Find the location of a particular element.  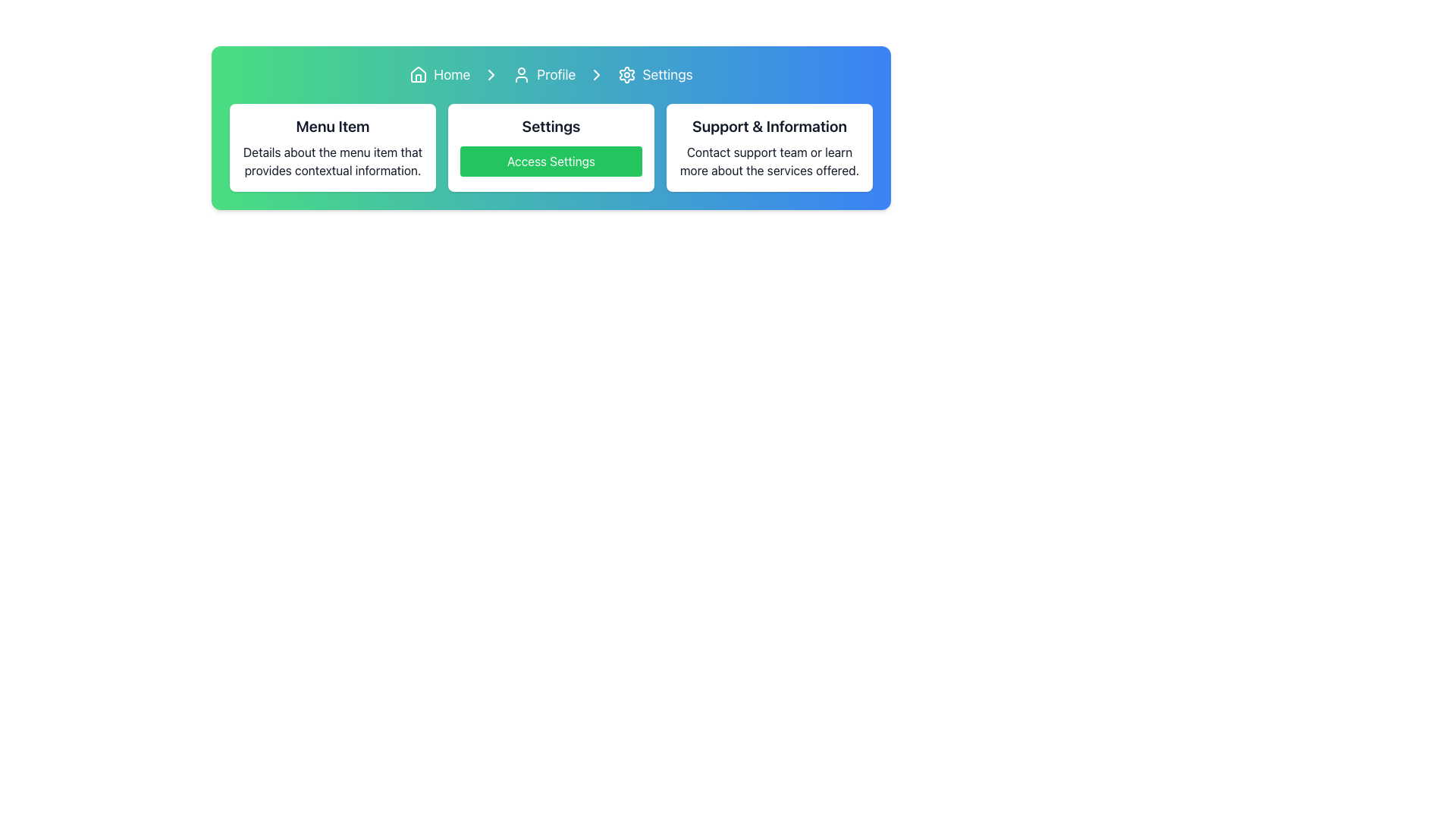

the button labeled 'Access Settings' on the middle card in the group of three cards under 'Settings' is located at coordinates (550, 148).